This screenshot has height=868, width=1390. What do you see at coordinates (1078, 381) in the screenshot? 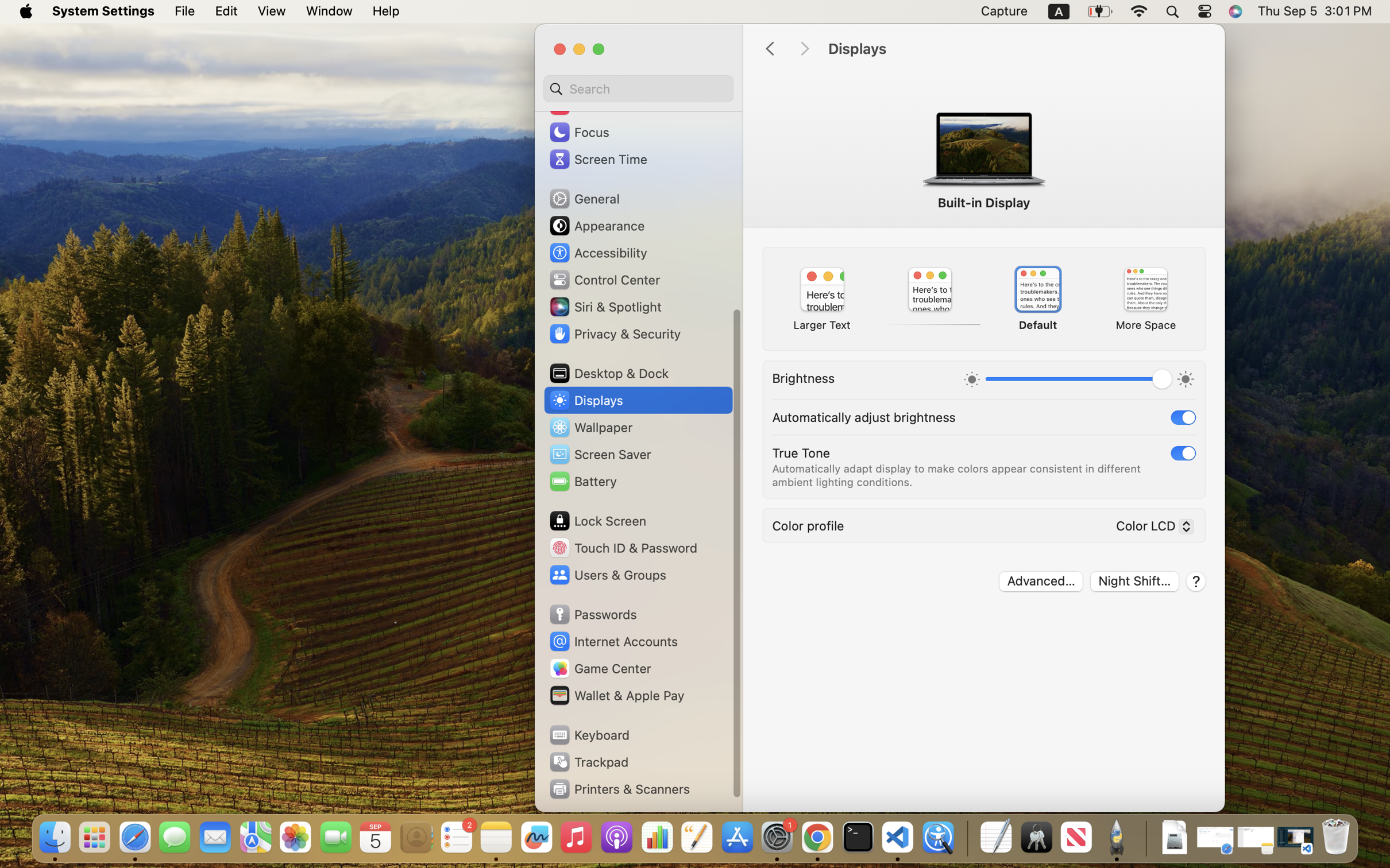
I see `'1.0'` at bounding box center [1078, 381].